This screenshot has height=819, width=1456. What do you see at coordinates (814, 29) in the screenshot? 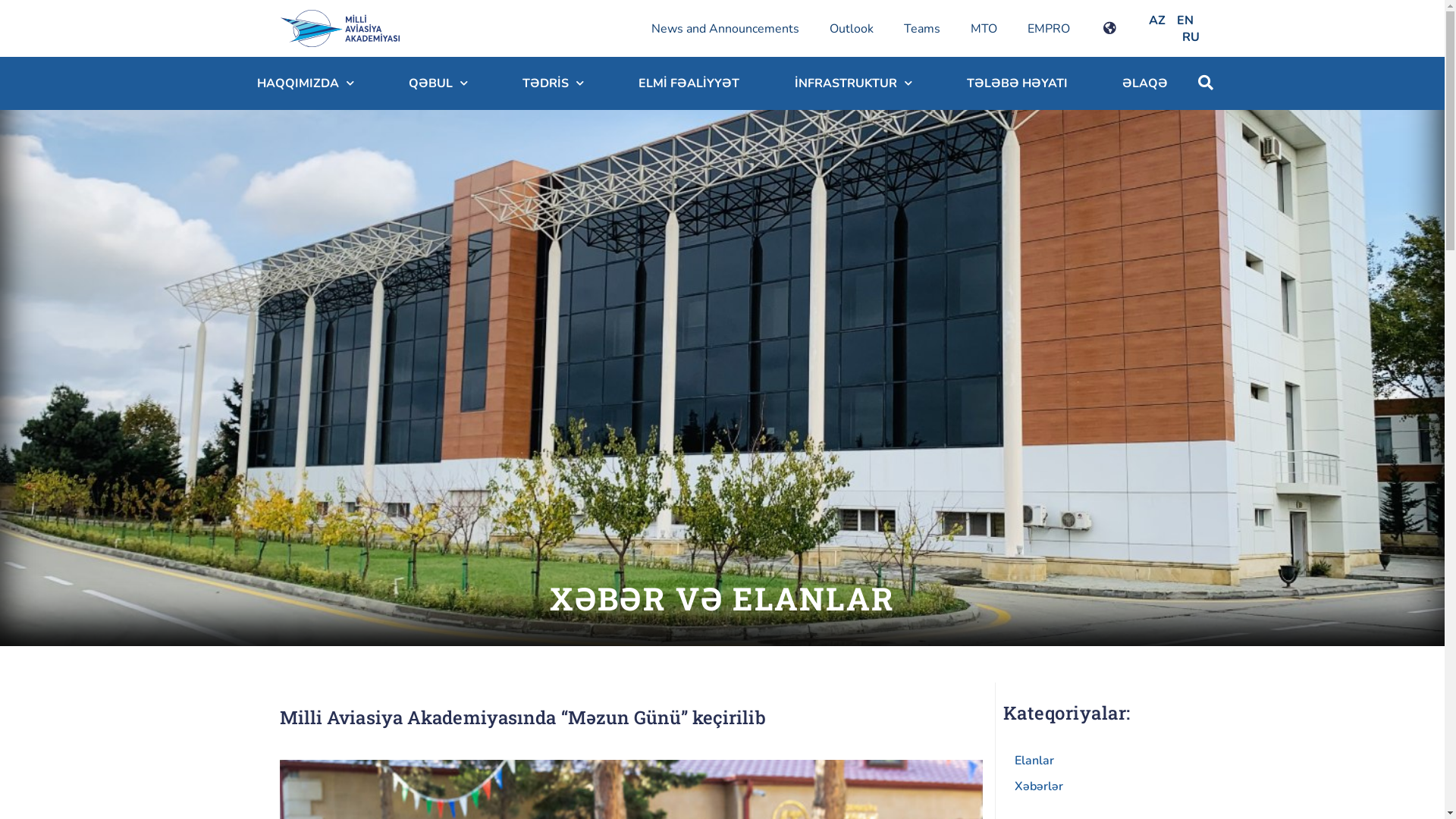
I see `'Outlook'` at bounding box center [814, 29].